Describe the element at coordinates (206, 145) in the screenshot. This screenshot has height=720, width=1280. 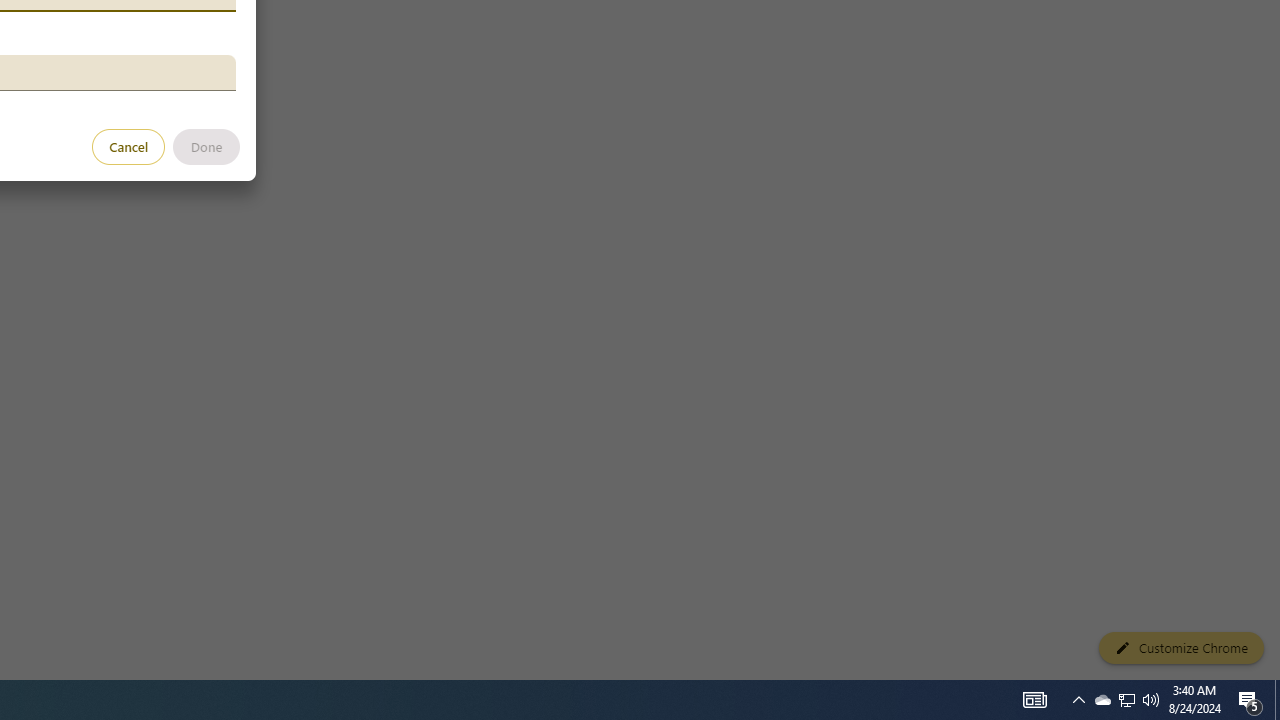
I see `'Done'` at that location.